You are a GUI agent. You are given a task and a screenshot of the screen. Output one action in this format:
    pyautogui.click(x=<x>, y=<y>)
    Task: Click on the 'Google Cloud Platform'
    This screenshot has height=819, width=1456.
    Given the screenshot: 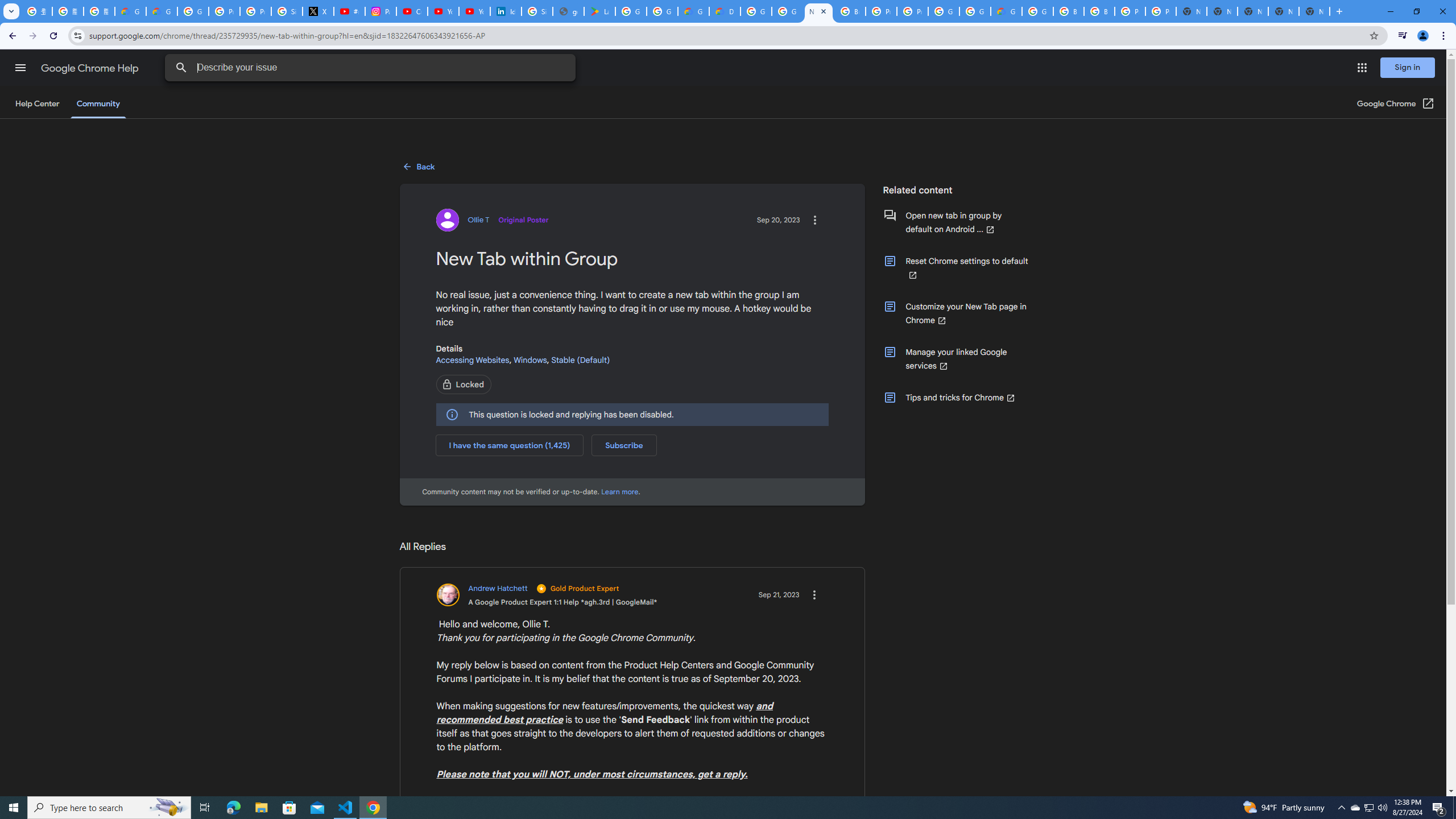 What is the action you would take?
    pyautogui.click(x=974, y=11)
    